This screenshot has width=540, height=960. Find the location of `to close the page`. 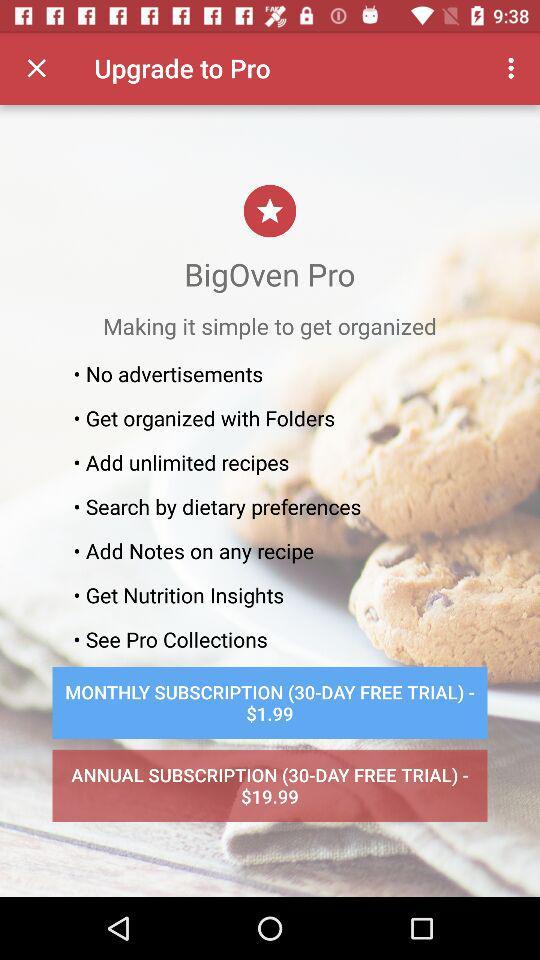

to close the page is located at coordinates (36, 68).